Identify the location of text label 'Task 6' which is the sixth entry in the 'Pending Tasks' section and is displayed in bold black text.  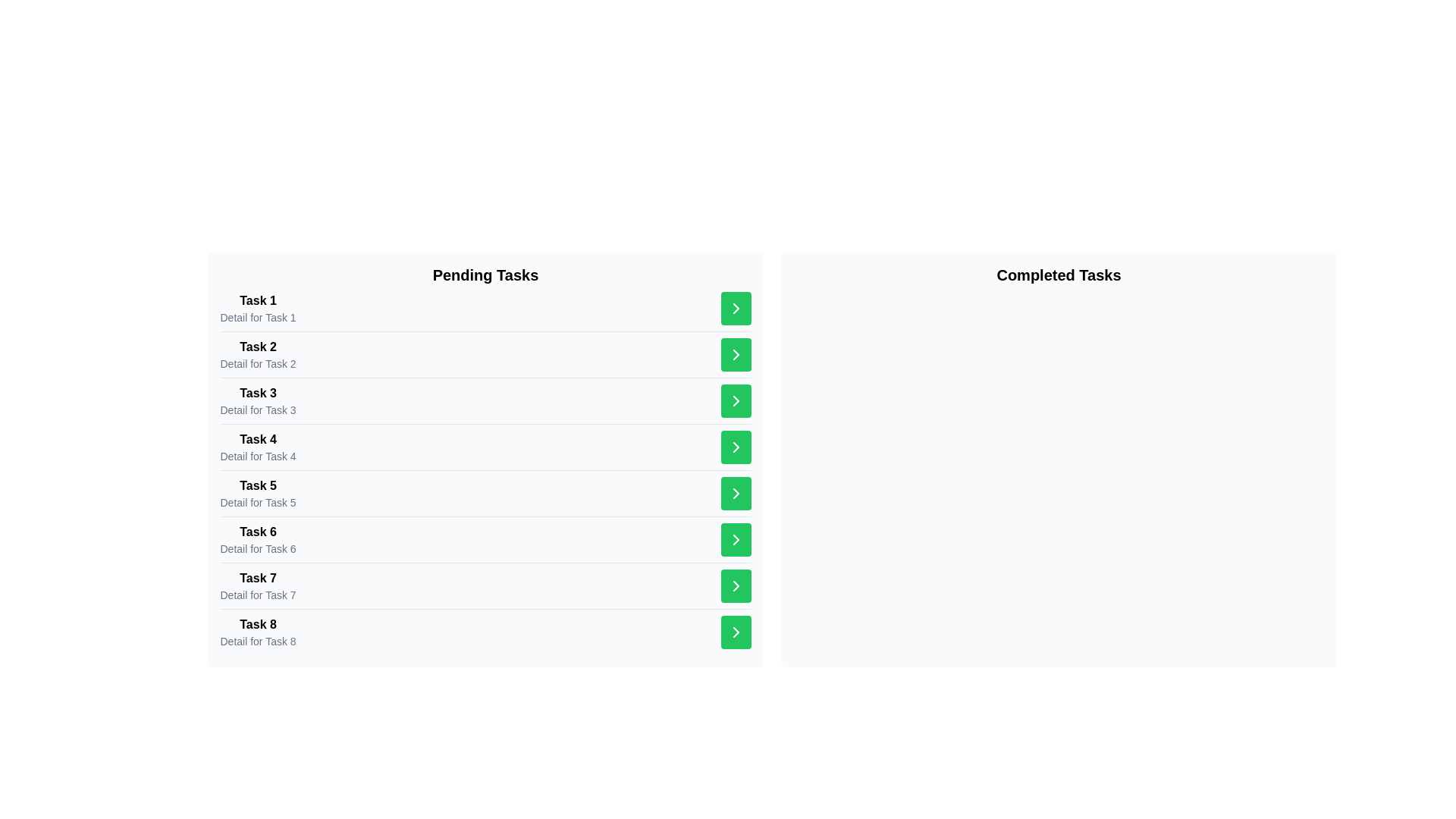
(258, 532).